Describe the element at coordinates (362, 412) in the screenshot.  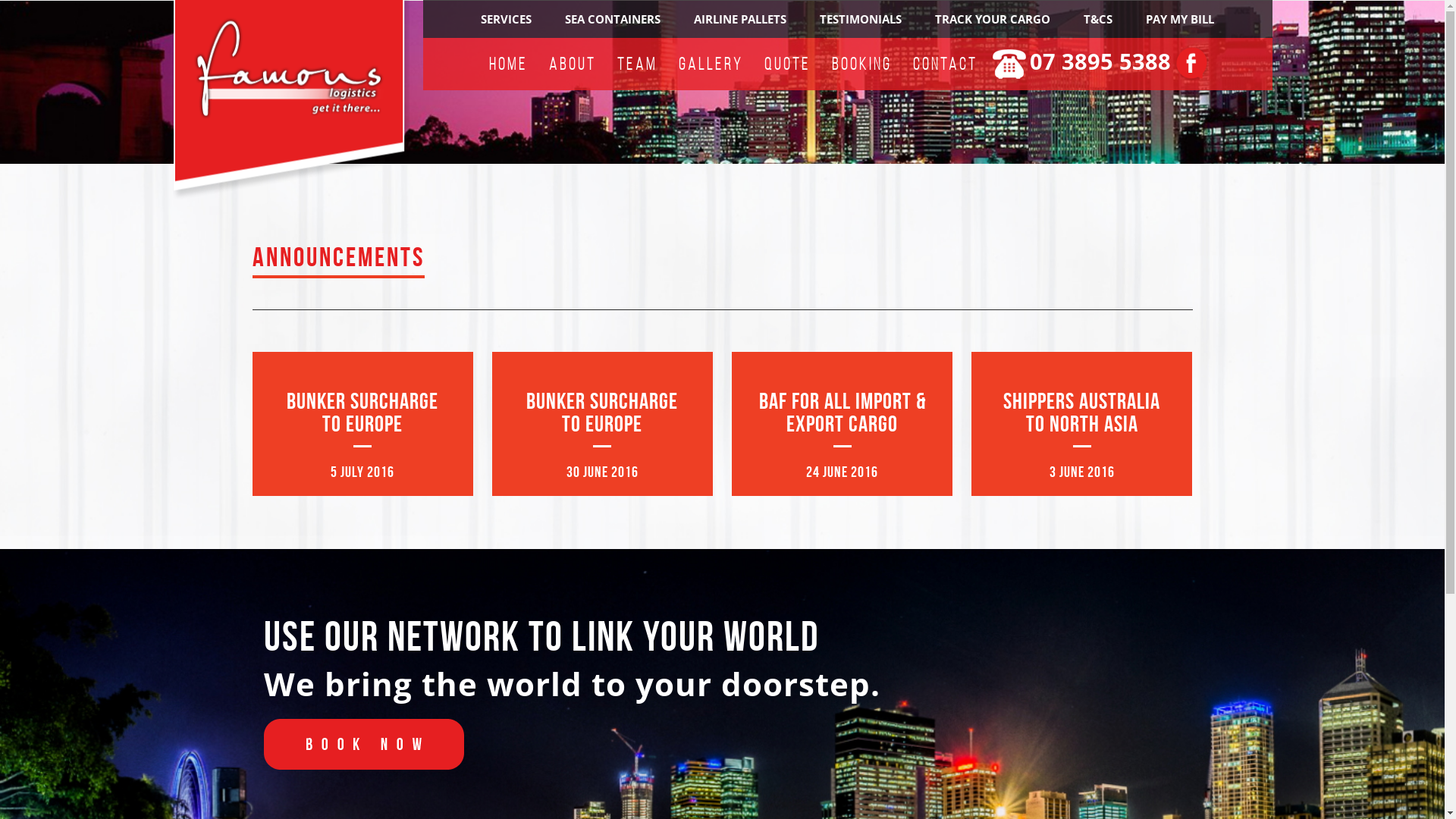
I see `'BUNKER SURCHARGE` at that location.